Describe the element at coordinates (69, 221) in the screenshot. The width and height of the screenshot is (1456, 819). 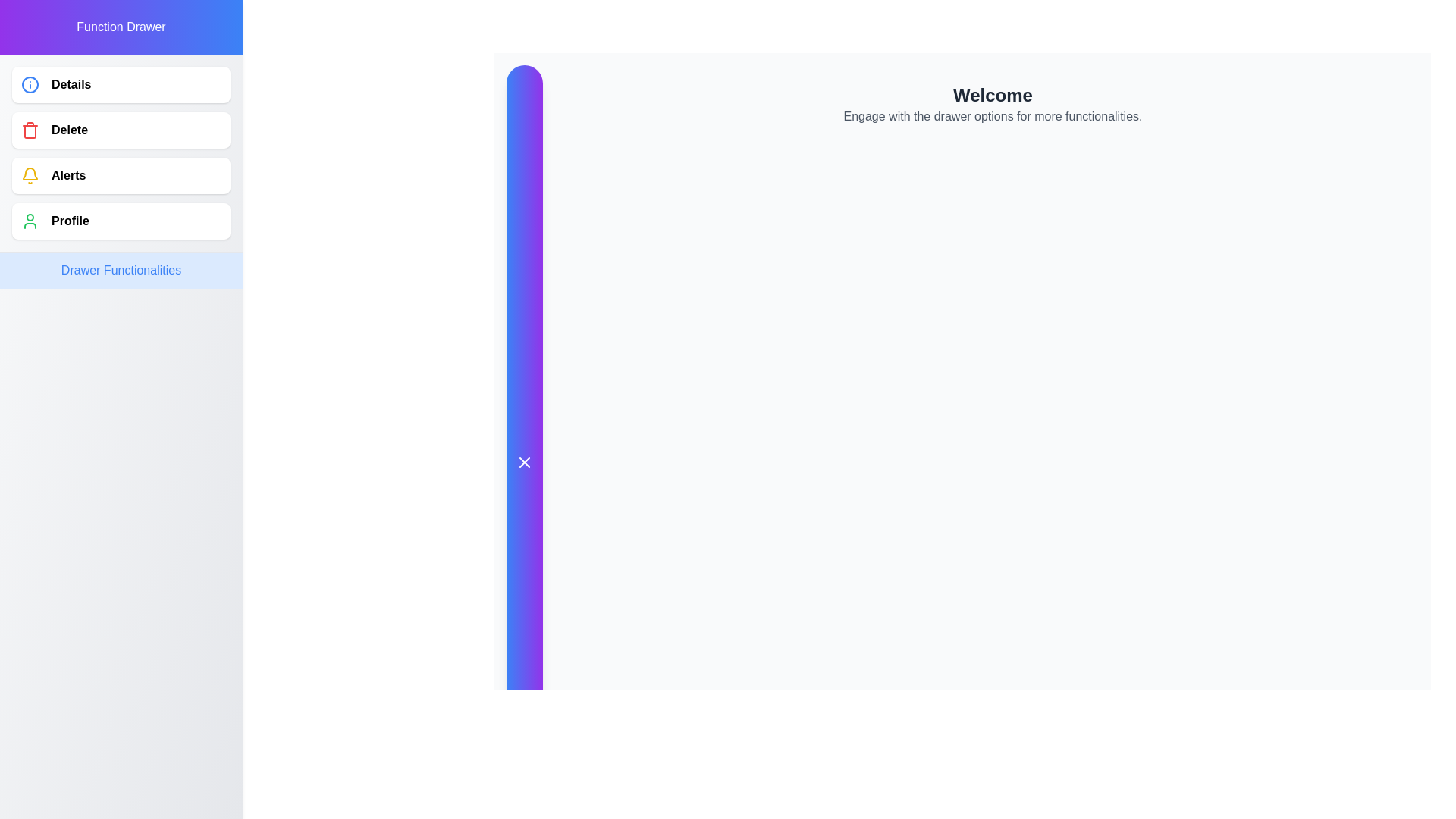
I see `the 'Profile' Text label in the side navigation drawer, which is the fourth item in the list, positioned between 'Alerts' and 'Drawer Functionalities'` at that location.